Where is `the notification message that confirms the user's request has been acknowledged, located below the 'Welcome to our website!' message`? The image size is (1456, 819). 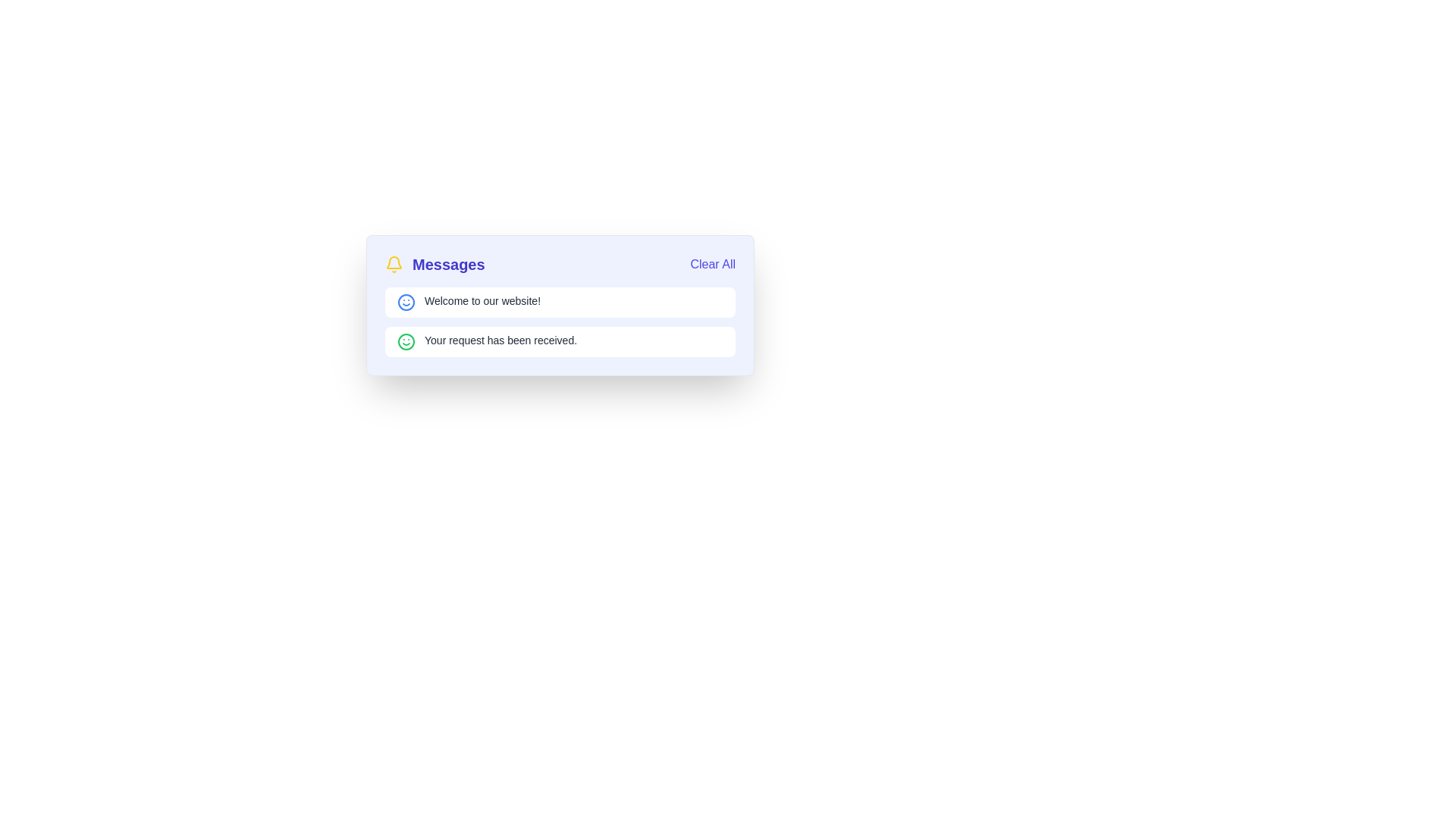 the notification message that confirms the user's request has been acknowledged, located below the 'Welcome to our website!' message is located at coordinates (560, 342).